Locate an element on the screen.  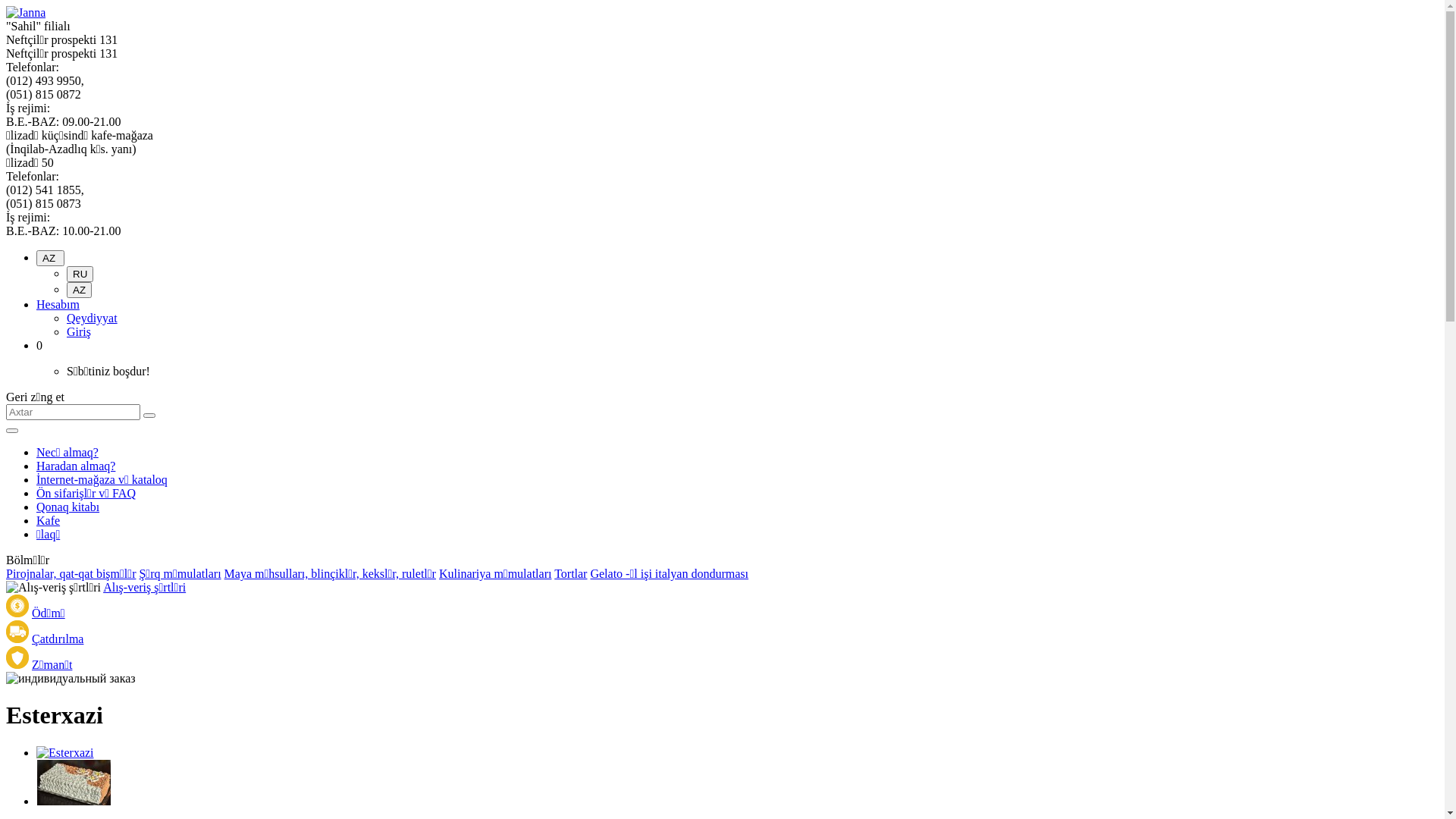
'Qeydiyyat' is located at coordinates (65, 317).